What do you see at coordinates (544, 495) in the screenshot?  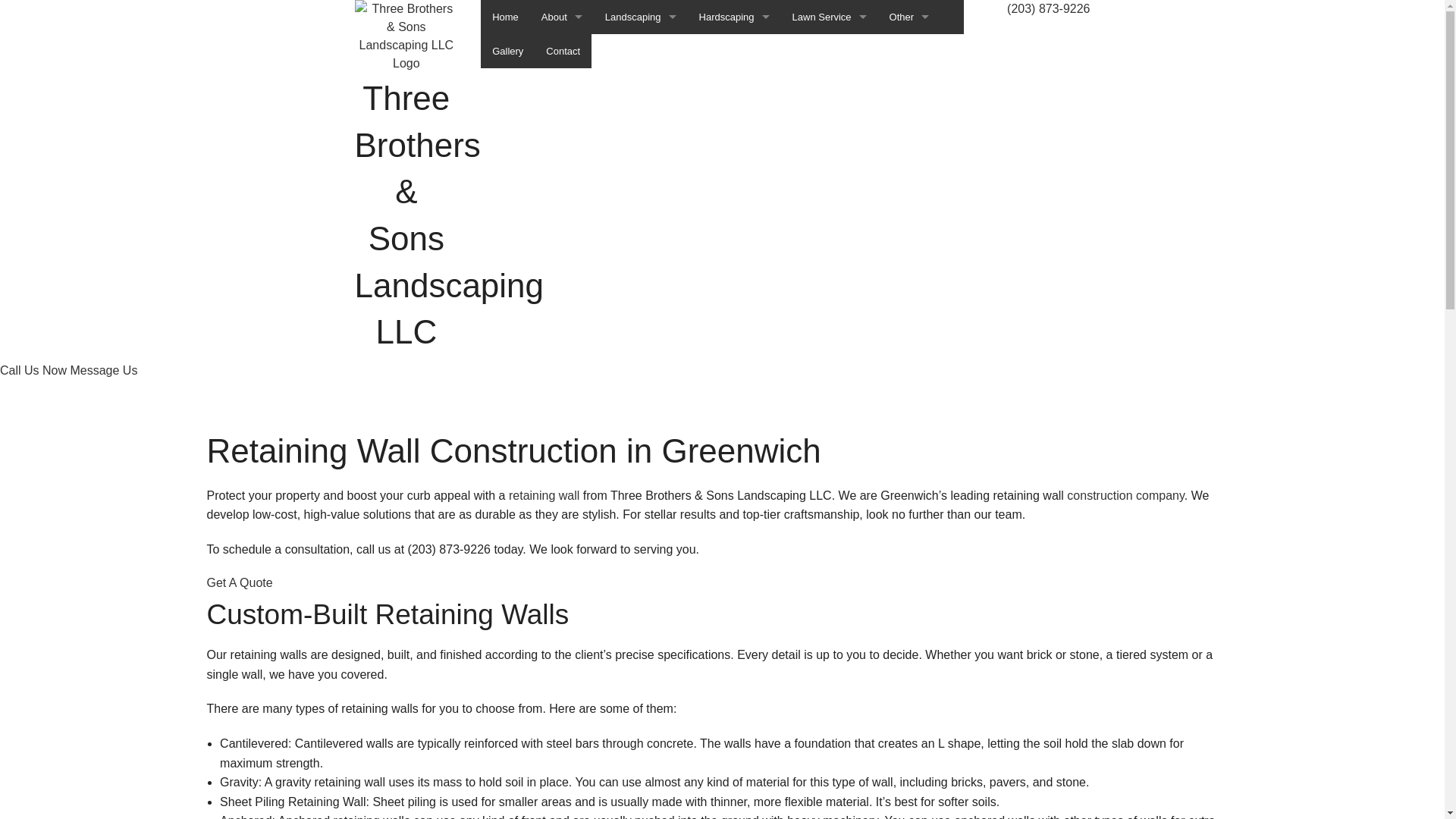 I see `'retaining wall'` at bounding box center [544, 495].